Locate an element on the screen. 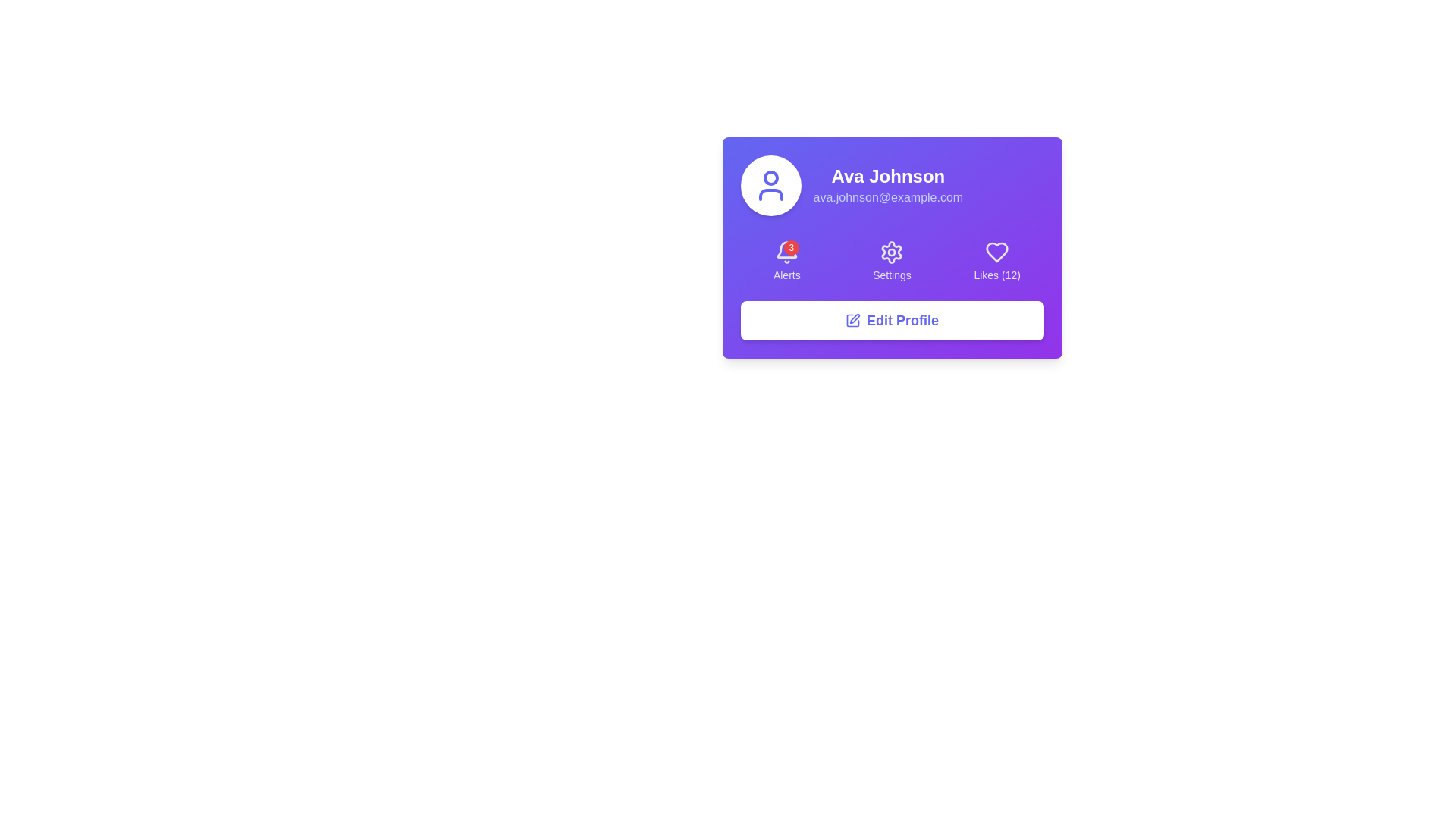  the pen icon within the 'Edit Profile' button, which is white with rounded corners and located at the bottom section of a purple card UI is located at coordinates (852, 320).